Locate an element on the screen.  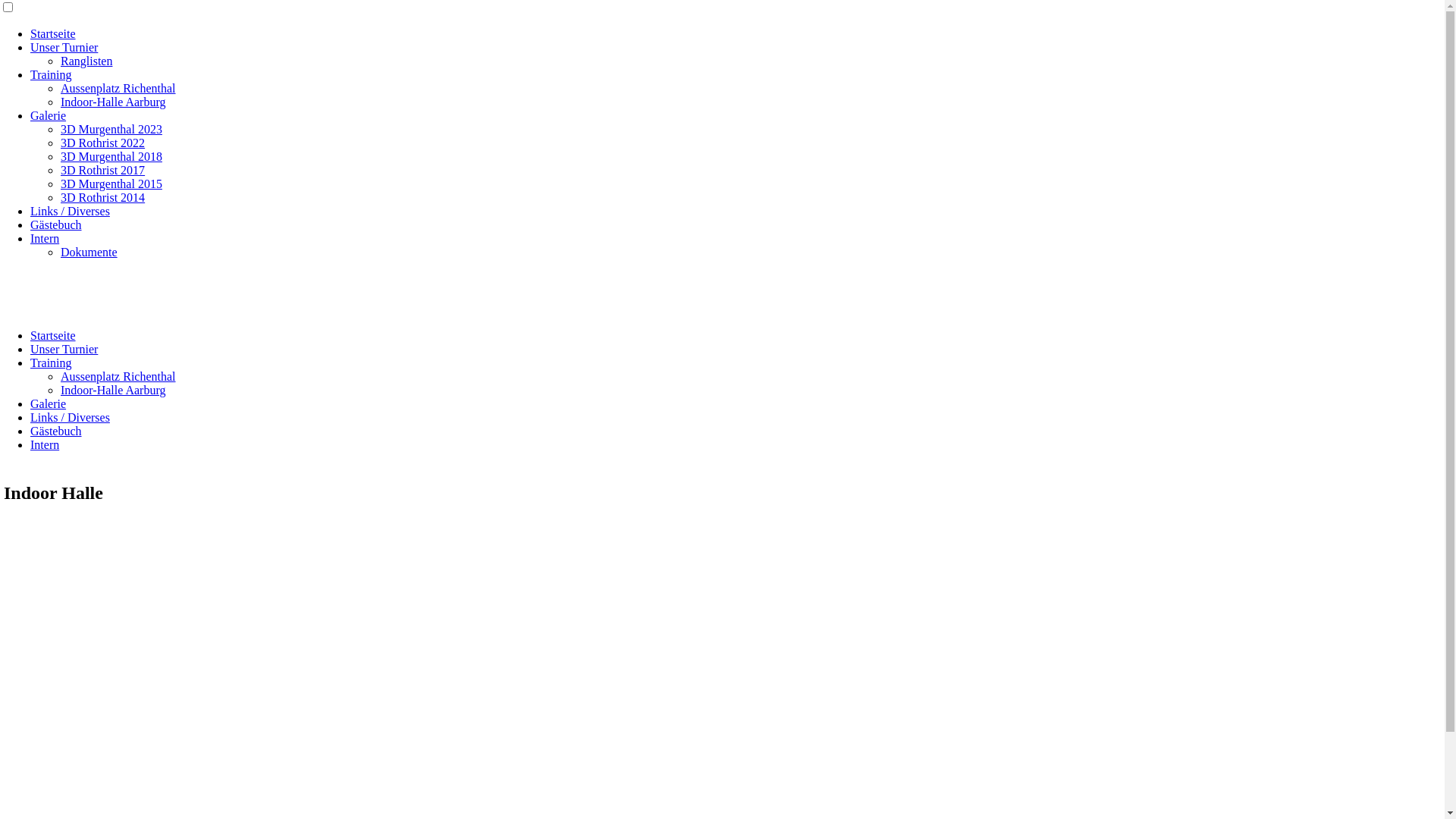
'Training' is located at coordinates (51, 74).